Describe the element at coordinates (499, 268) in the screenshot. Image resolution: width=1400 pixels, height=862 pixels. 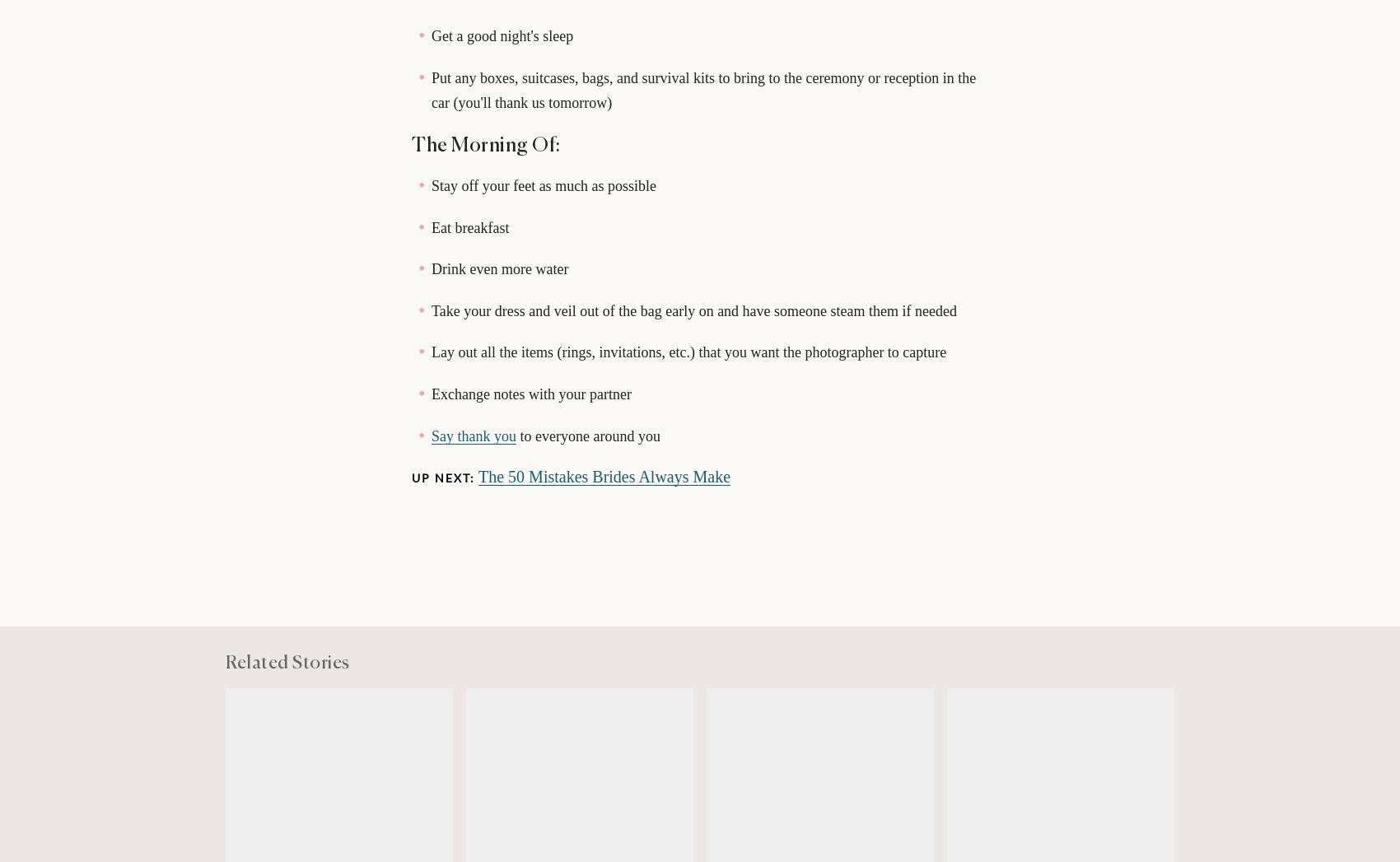
I see `'Drink even more water'` at that location.